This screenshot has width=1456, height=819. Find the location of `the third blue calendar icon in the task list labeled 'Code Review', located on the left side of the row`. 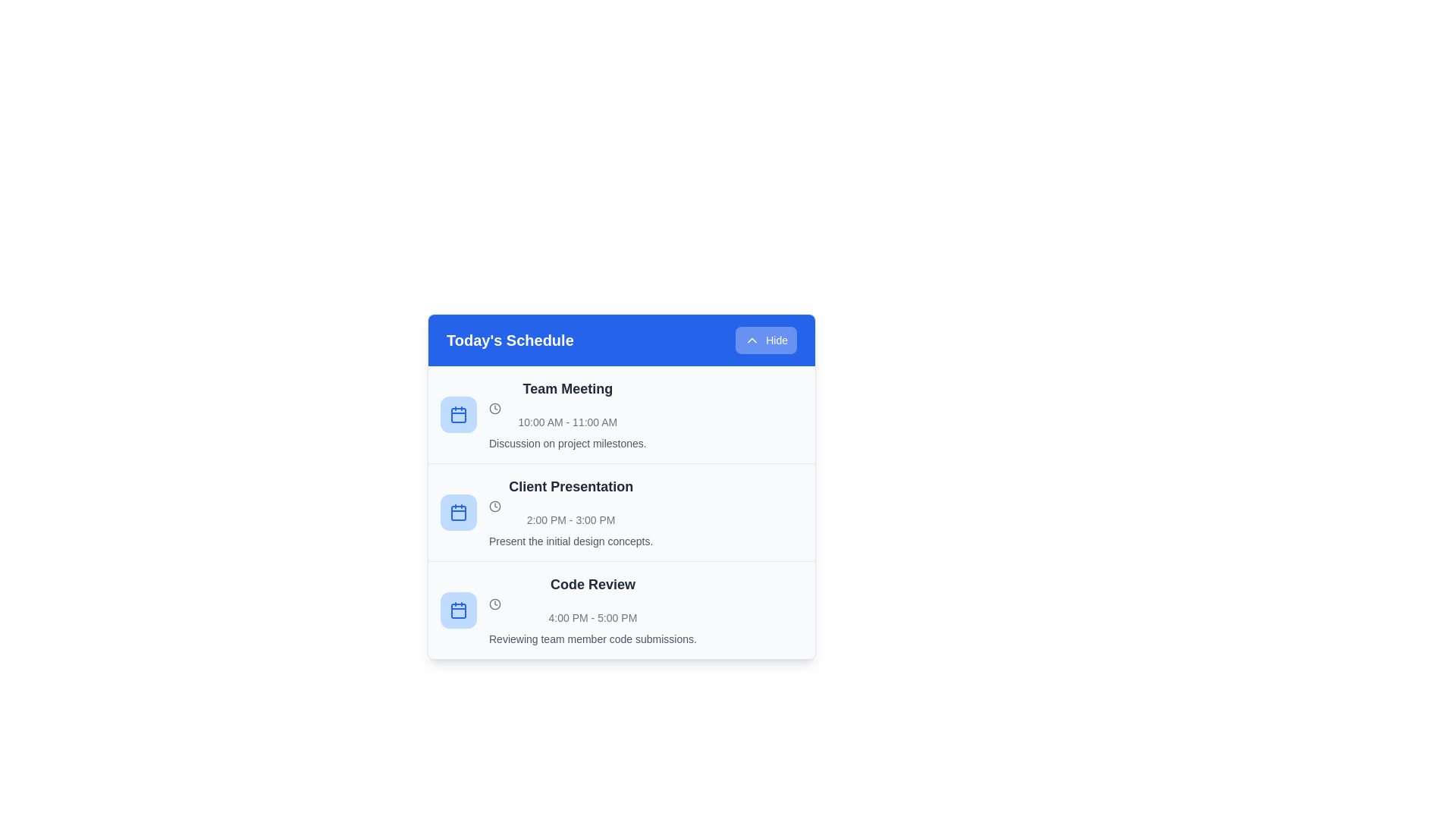

the third blue calendar icon in the task list labeled 'Code Review', located on the left side of the row is located at coordinates (457, 610).